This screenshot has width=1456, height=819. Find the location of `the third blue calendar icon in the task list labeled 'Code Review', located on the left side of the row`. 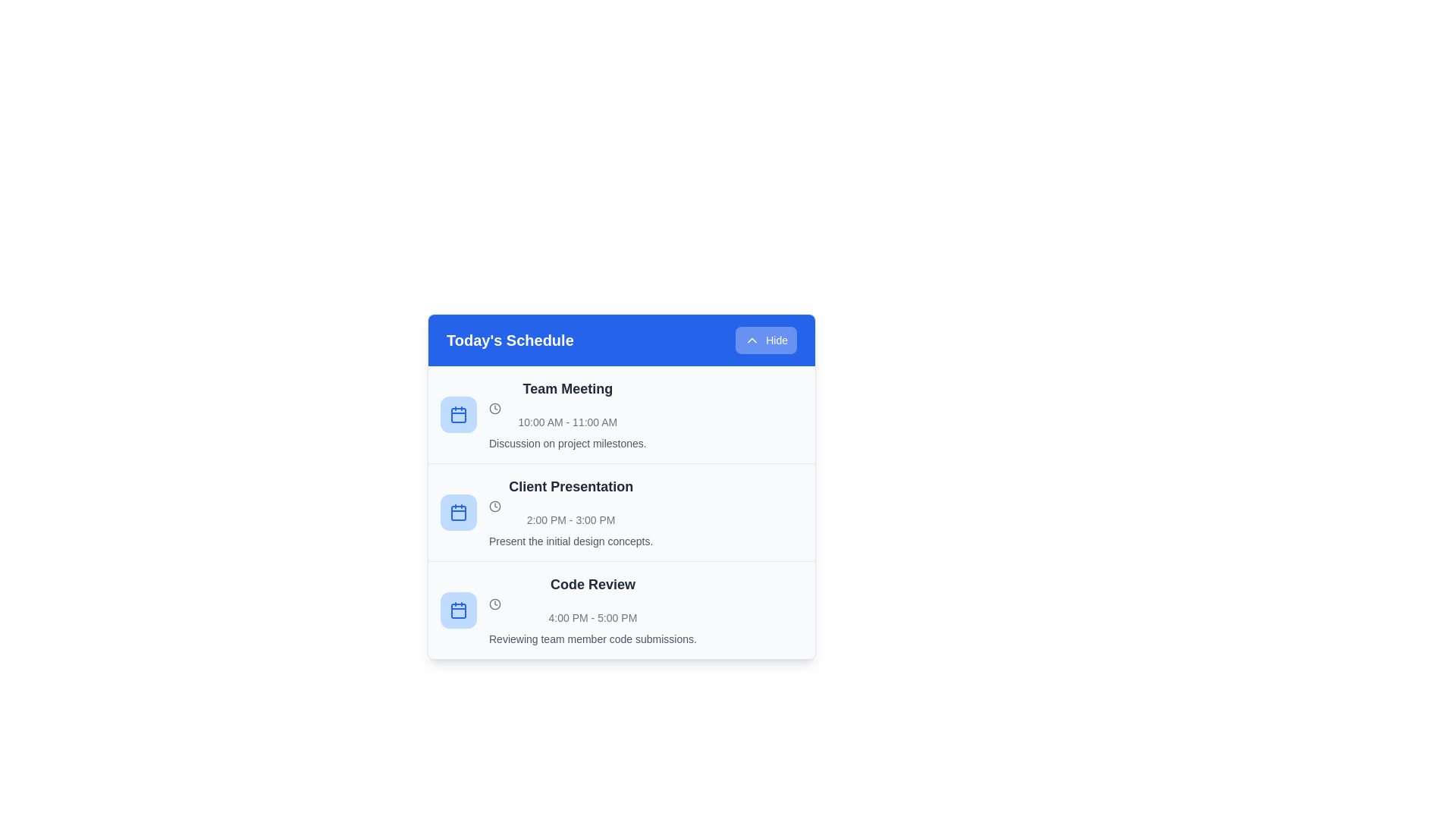

the third blue calendar icon in the task list labeled 'Code Review', located on the left side of the row is located at coordinates (457, 610).